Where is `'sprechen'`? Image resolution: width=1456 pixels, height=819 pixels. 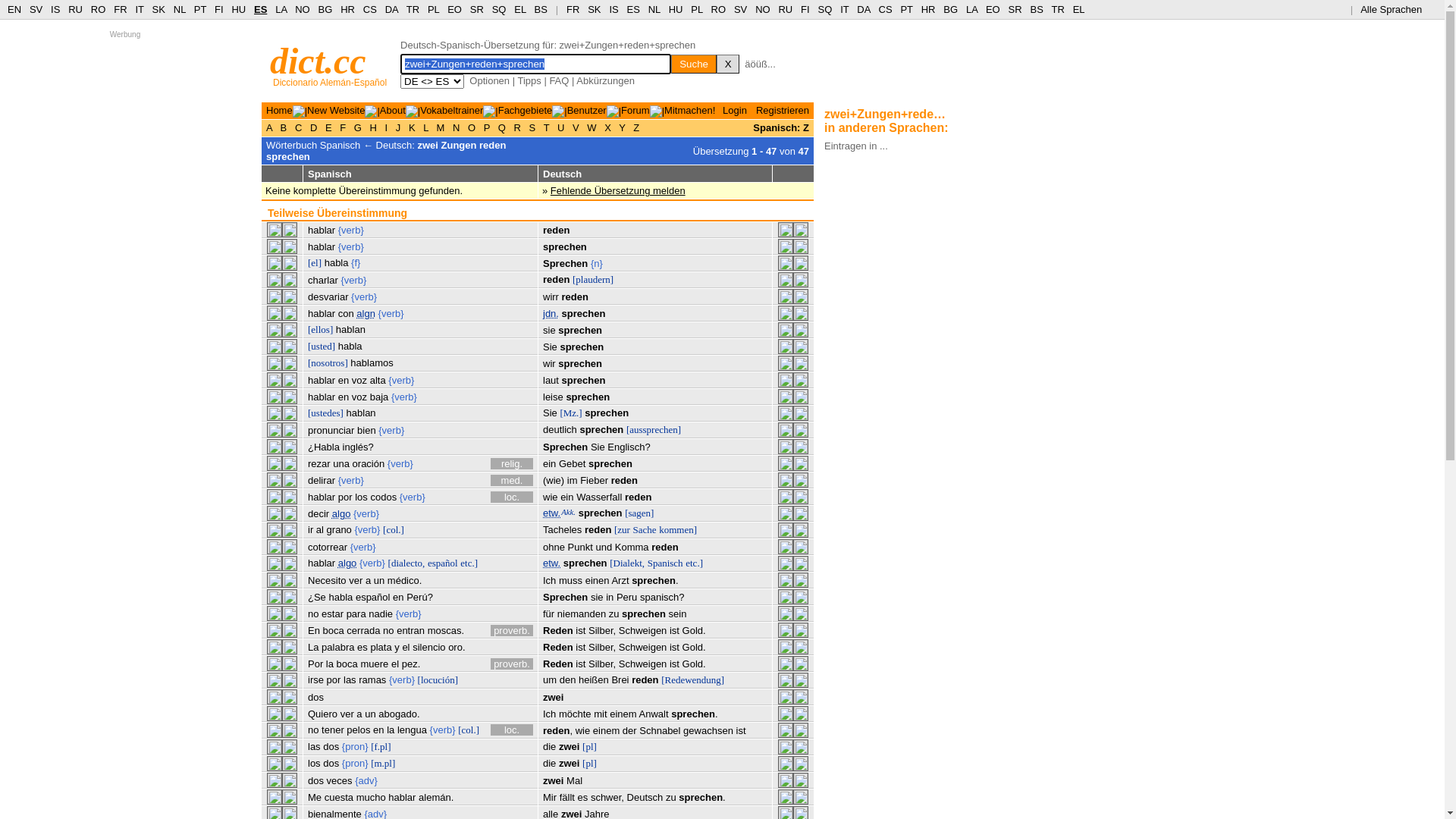
'sprechen' is located at coordinates (579, 329).